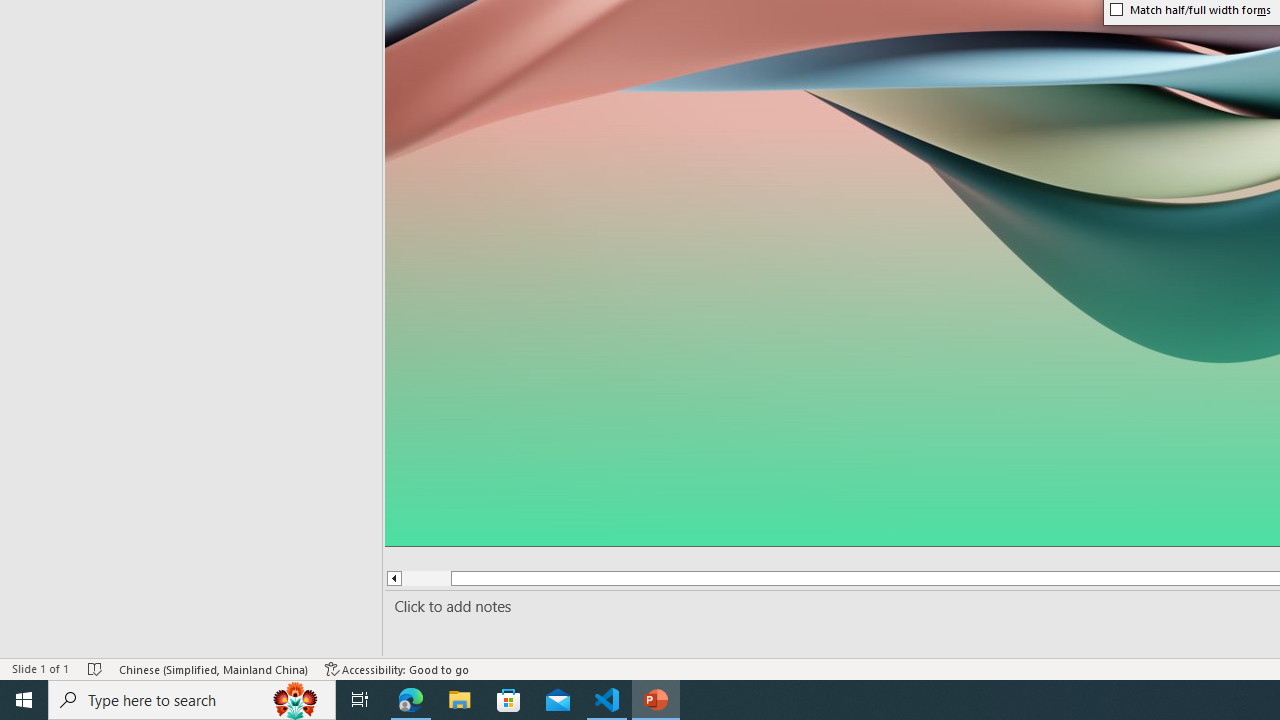  What do you see at coordinates (359, 698) in the screenshot?
I see `'Task View'` at bounding box center [359, 698].